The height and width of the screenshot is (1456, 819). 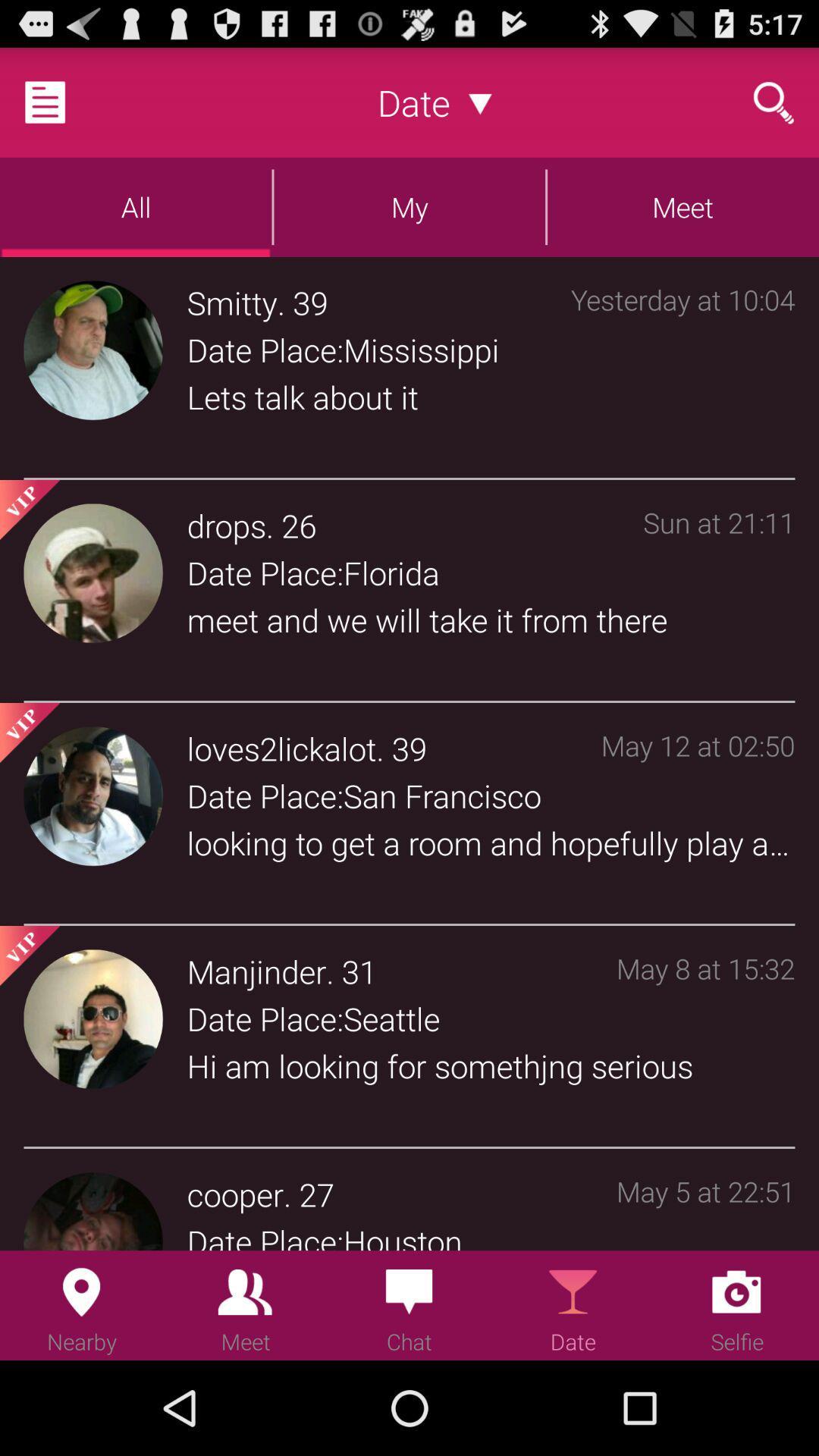 I want to click on icon to the left of .  icon, so click(x=256, y=971).